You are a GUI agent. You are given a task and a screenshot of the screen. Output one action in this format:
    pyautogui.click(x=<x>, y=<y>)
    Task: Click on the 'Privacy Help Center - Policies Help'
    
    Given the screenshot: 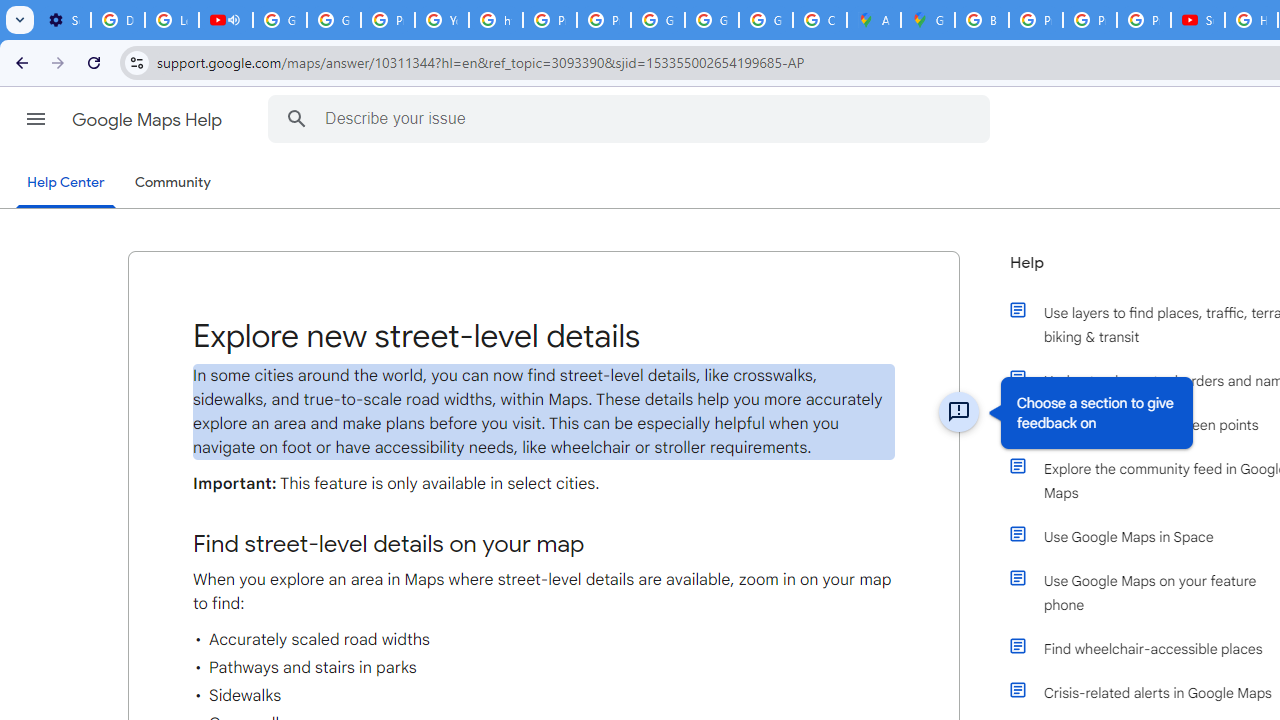 What is the action you would take?
    pyautogui.click(x=1088, y=20)
    